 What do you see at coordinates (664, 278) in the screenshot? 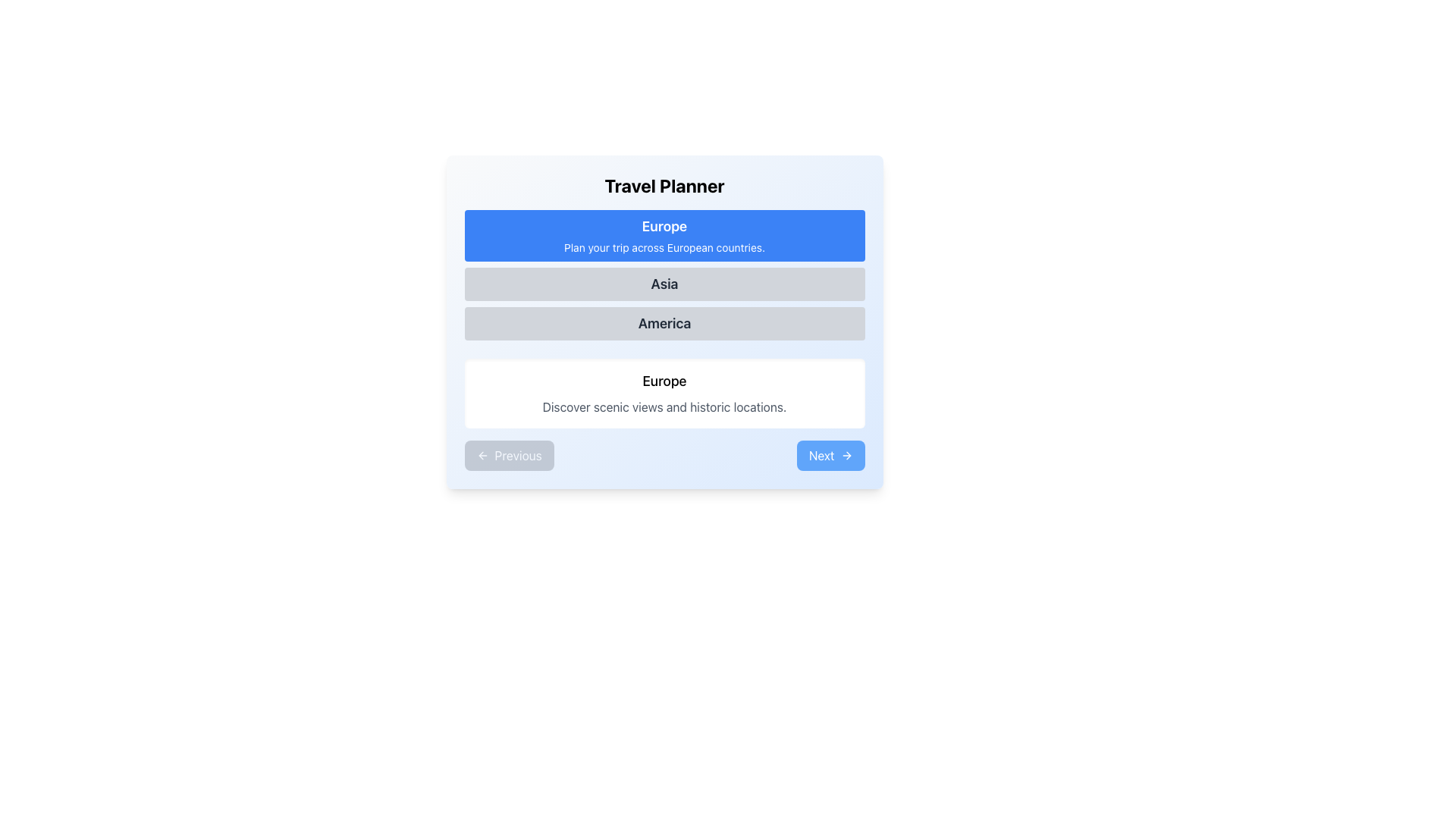
I see `the 'Asia' section of the Grouped Text Sections under the 'Travel Planner' title for additional details` at bounding box center [664, 278].